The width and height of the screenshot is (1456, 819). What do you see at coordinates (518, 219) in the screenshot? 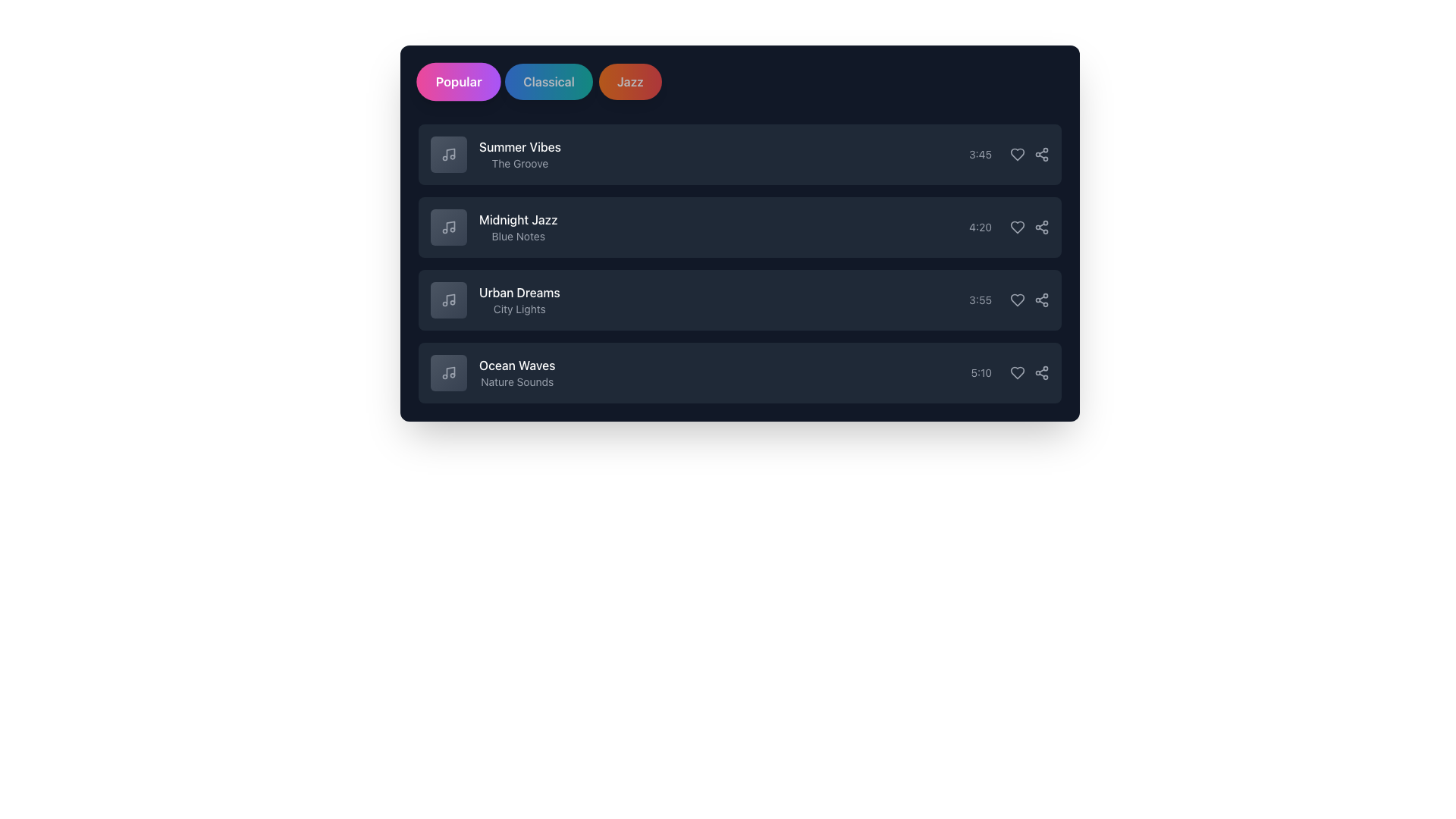
I see `the title text element representing a track or playlist to focus on it` at bounding box center [518, 219].